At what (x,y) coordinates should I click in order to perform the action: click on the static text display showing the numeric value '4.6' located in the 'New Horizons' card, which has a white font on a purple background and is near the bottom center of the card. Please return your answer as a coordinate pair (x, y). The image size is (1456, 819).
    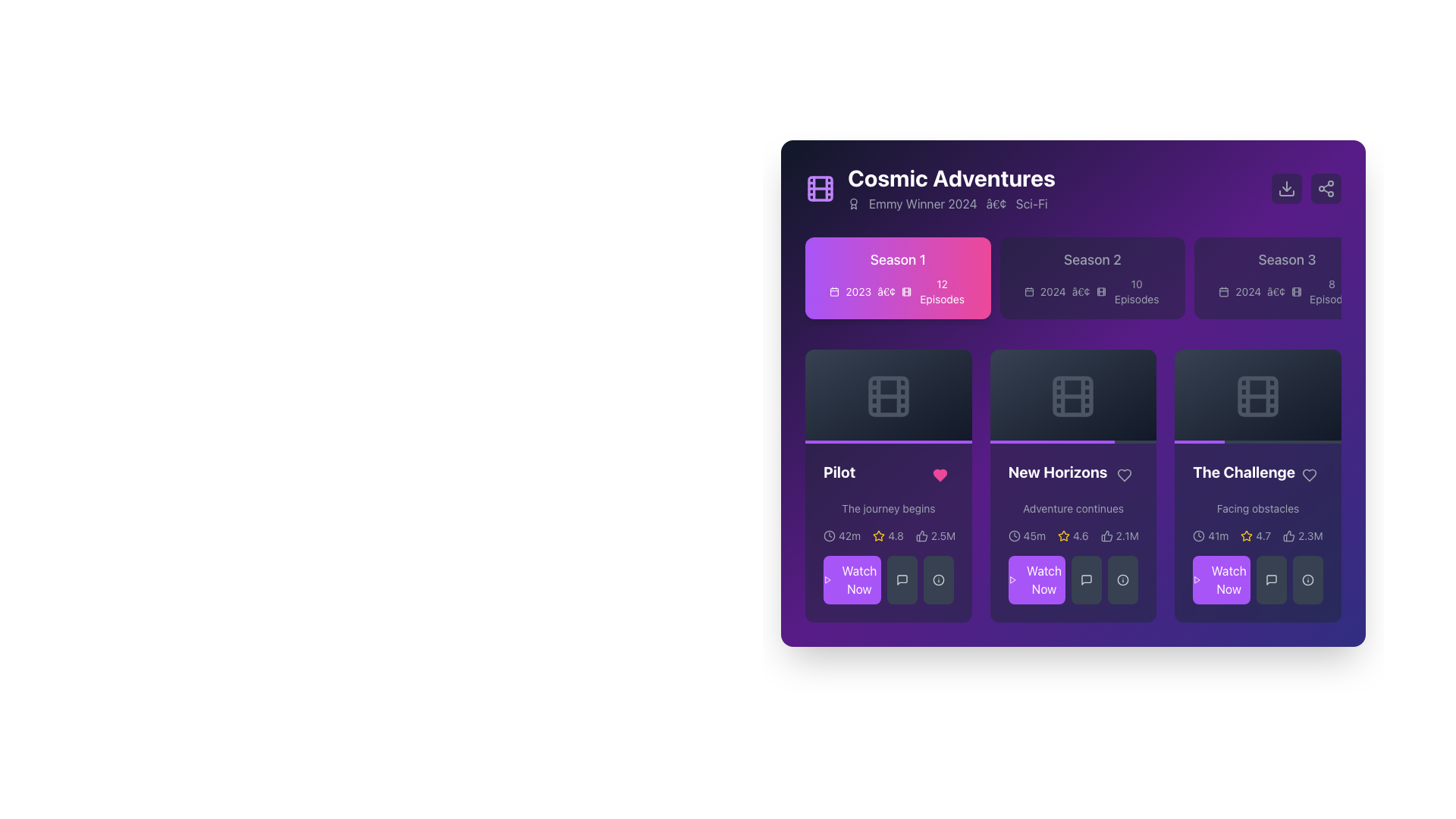
    Looking at the image, I should click on (1080, 535).